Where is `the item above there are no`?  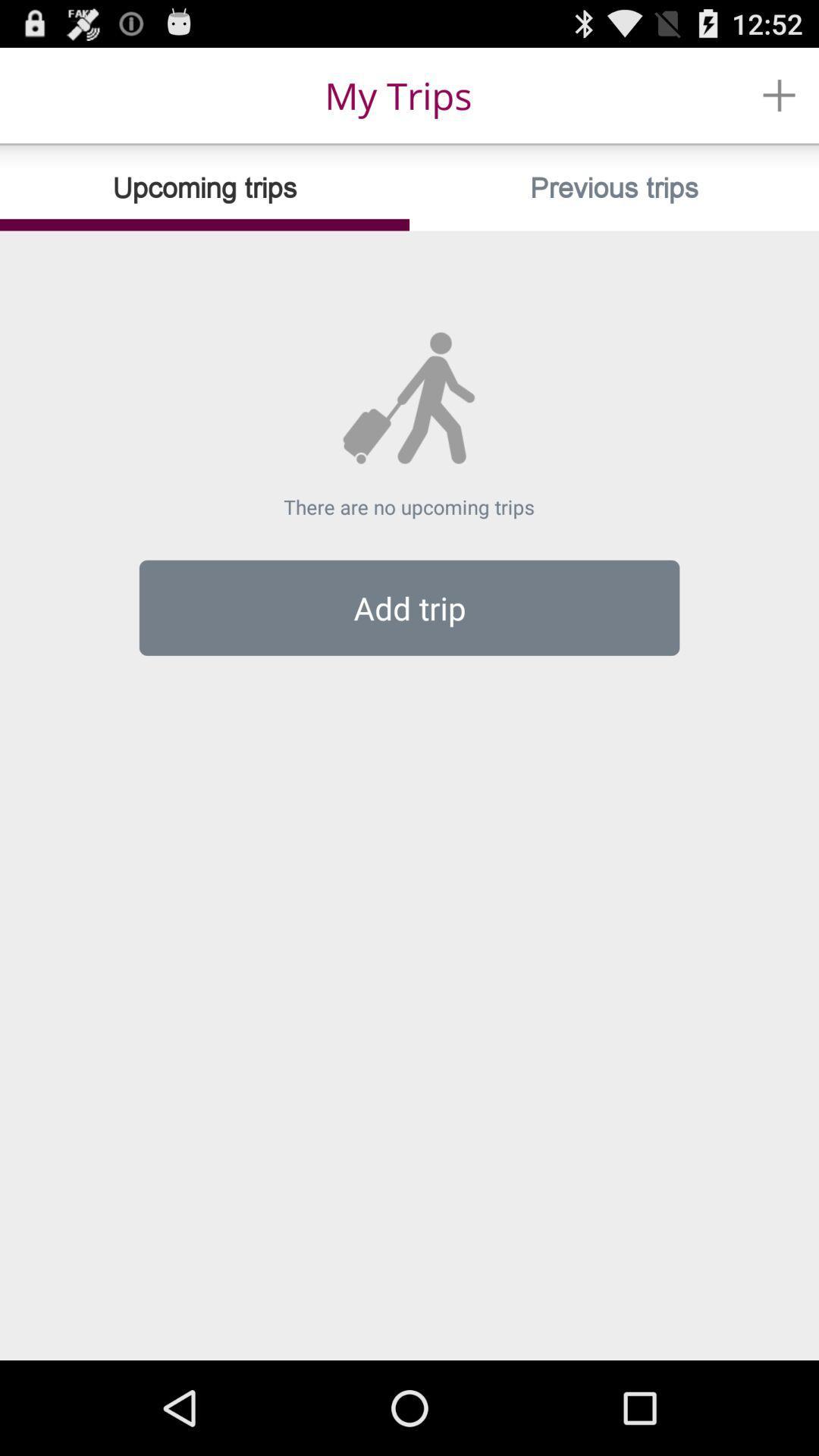
the item above there are no is located at coordinates (614, 187).